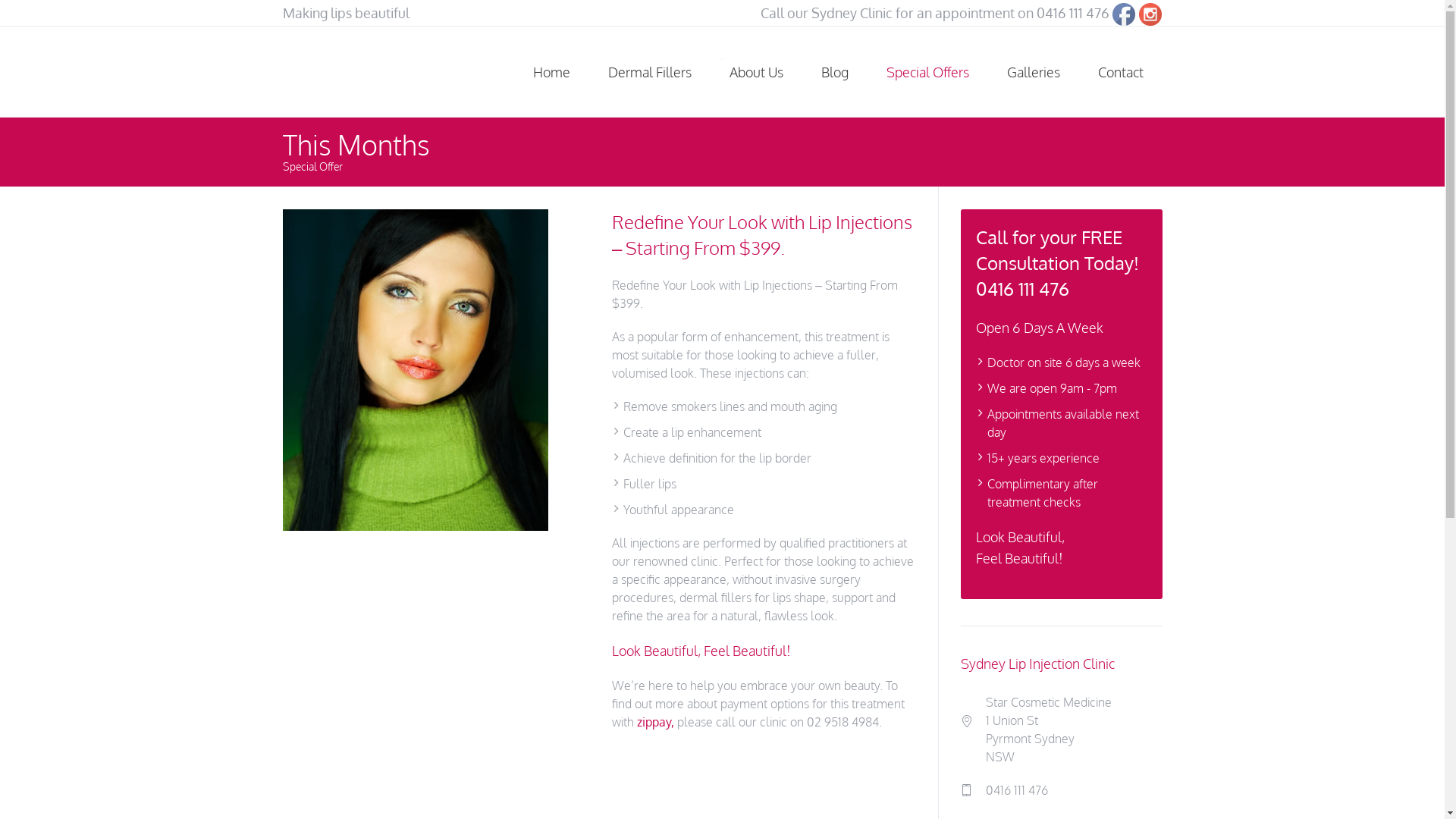 This screenshot has width=1456, height=819. What do you see at coordinates (927, 72) in the screenshot?
I see `'Special Offers'` at bounding box center [927, 72].